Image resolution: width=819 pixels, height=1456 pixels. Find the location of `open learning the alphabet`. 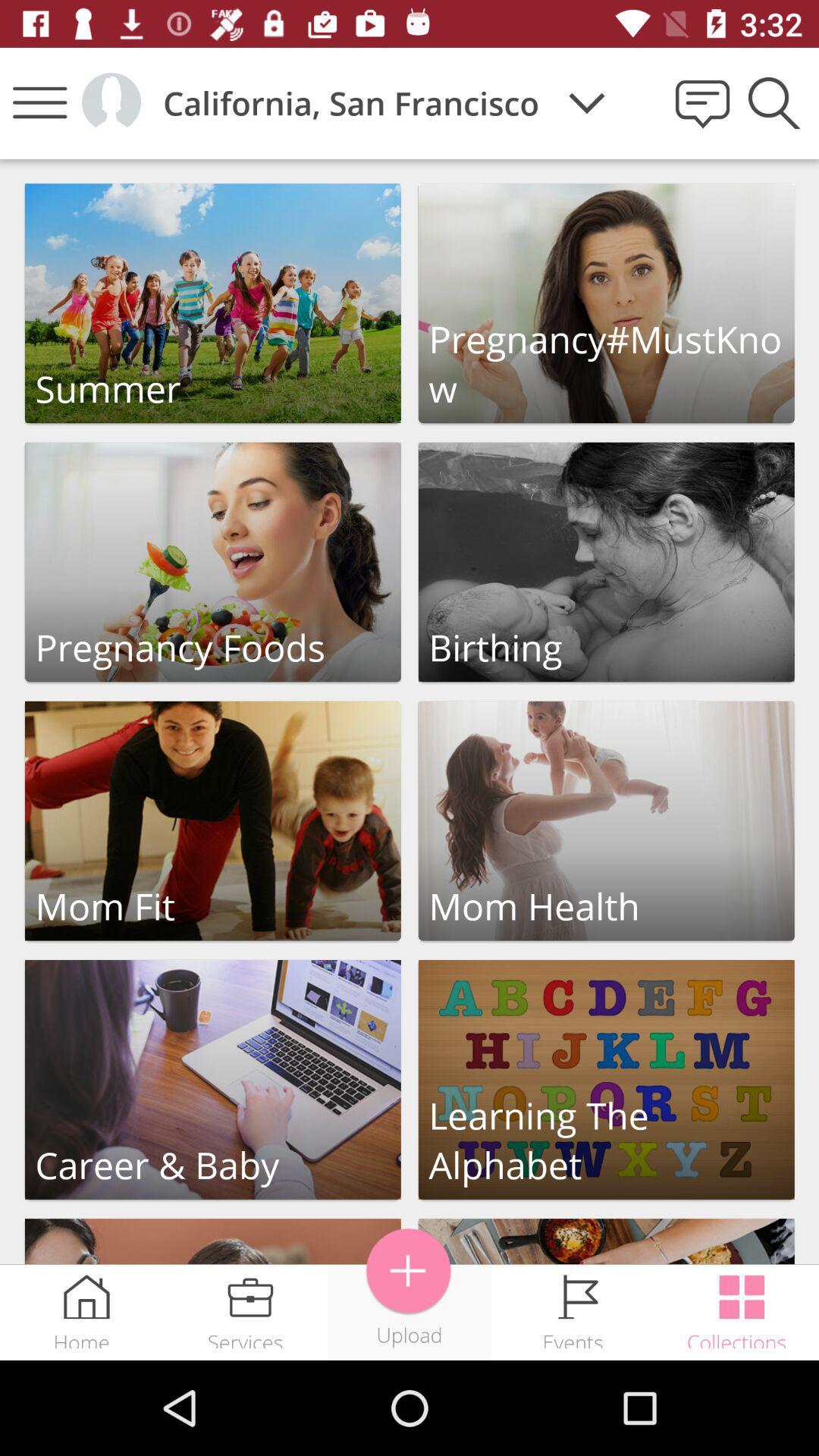

open learning the alphabet is located at coordinates (605, 1078).